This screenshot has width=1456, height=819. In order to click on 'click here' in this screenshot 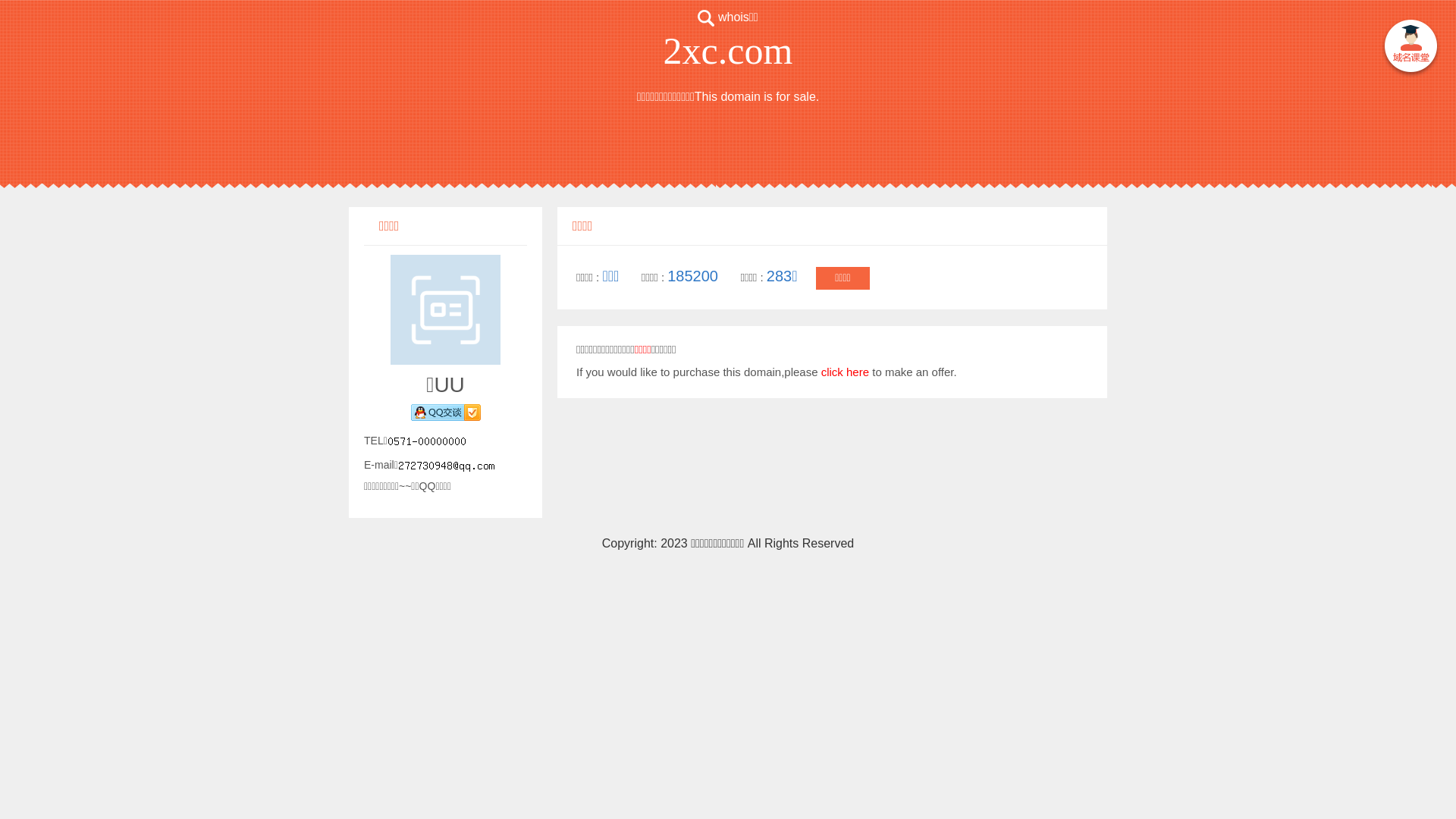, I will do `click(821, 372)`.